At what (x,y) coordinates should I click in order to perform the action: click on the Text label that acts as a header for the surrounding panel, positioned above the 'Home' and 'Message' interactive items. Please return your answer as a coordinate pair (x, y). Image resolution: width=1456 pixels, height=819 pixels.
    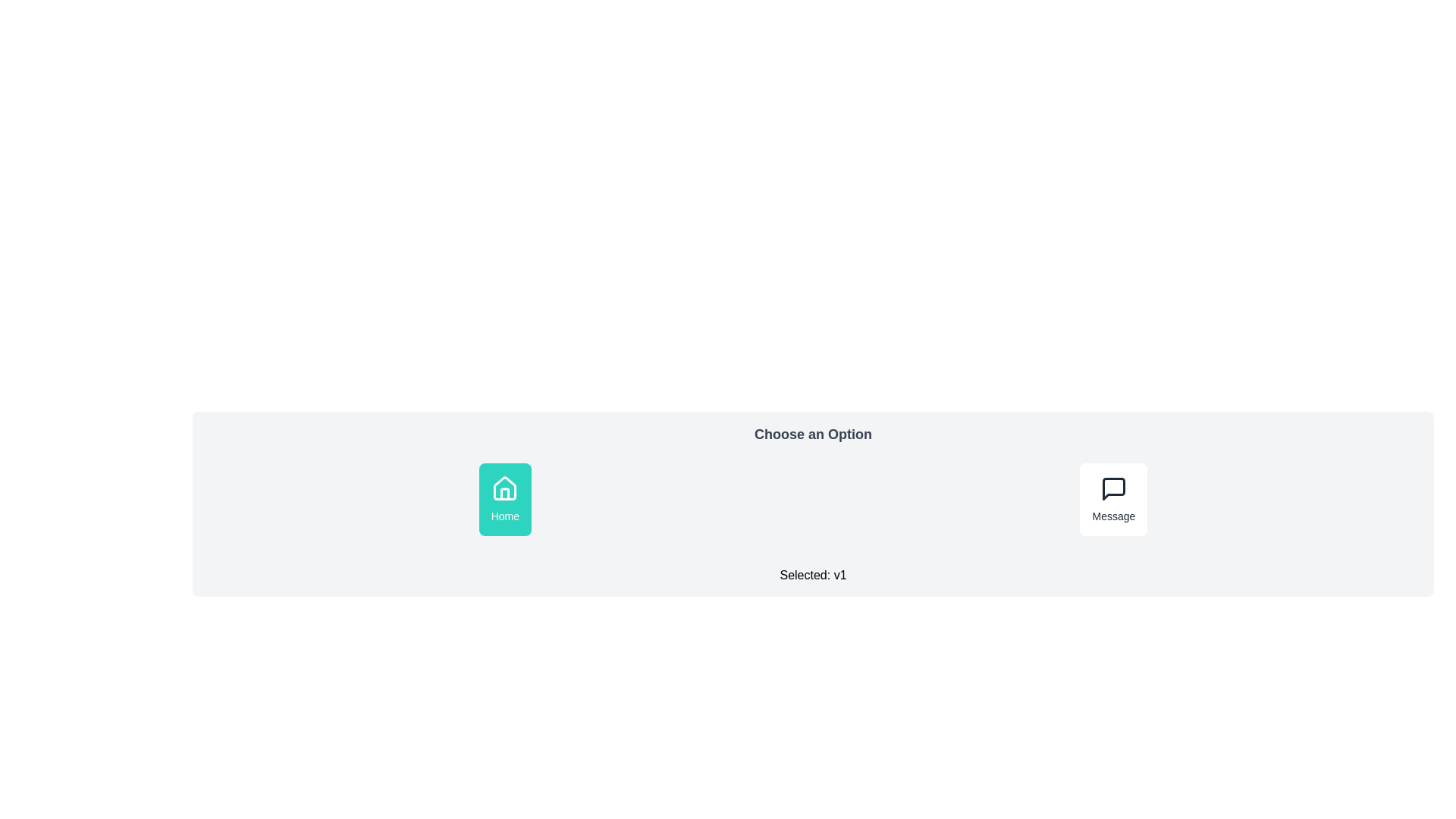
    Looking at the image, I should click on (812, 435).